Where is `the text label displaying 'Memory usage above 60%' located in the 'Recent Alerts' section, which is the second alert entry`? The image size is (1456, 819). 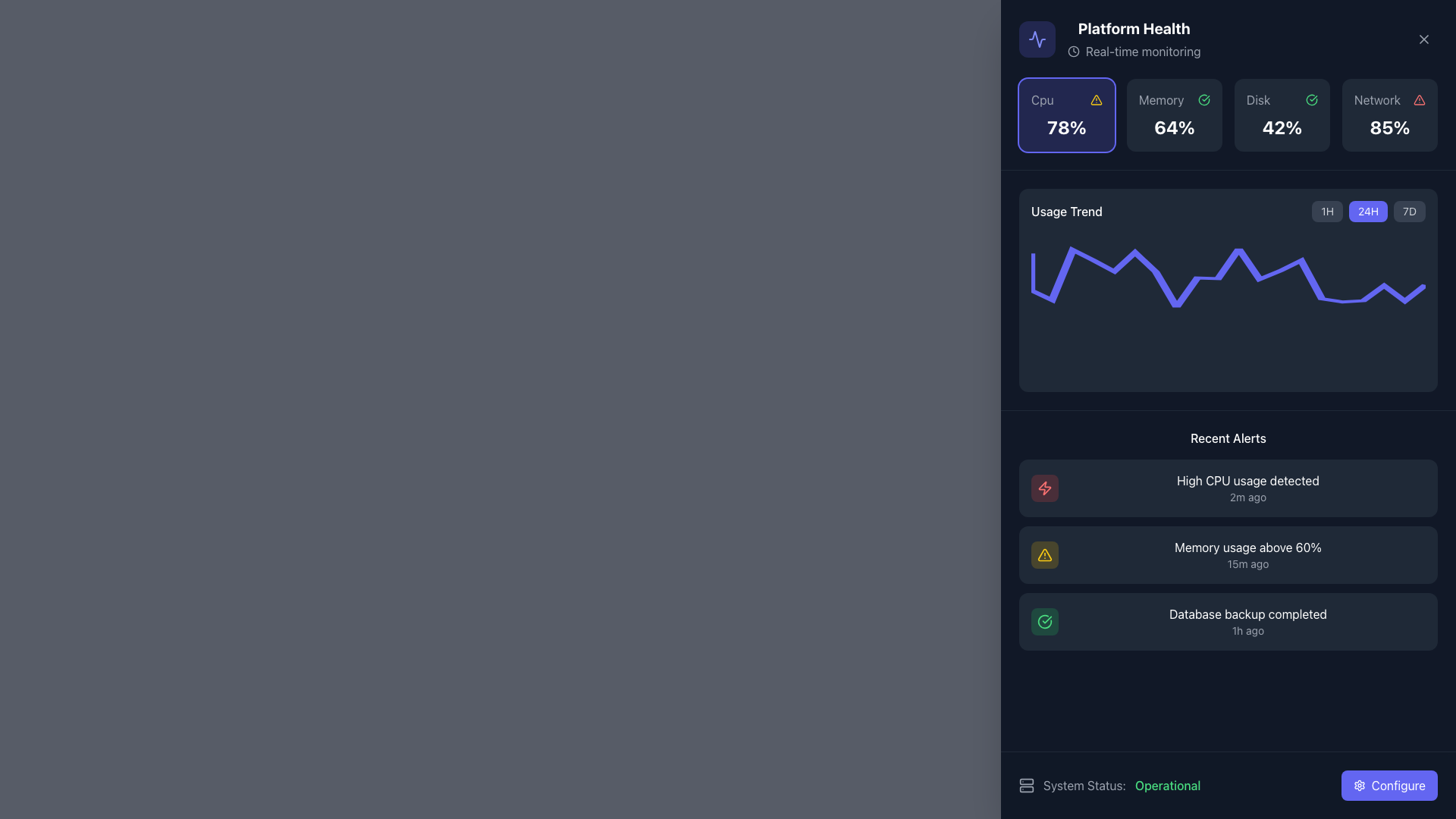
the text label displaying 'Memory usage above 60%' located in the 'Recent Alerts' section, which is the second alert entry is located at coordinates (1248, 547).